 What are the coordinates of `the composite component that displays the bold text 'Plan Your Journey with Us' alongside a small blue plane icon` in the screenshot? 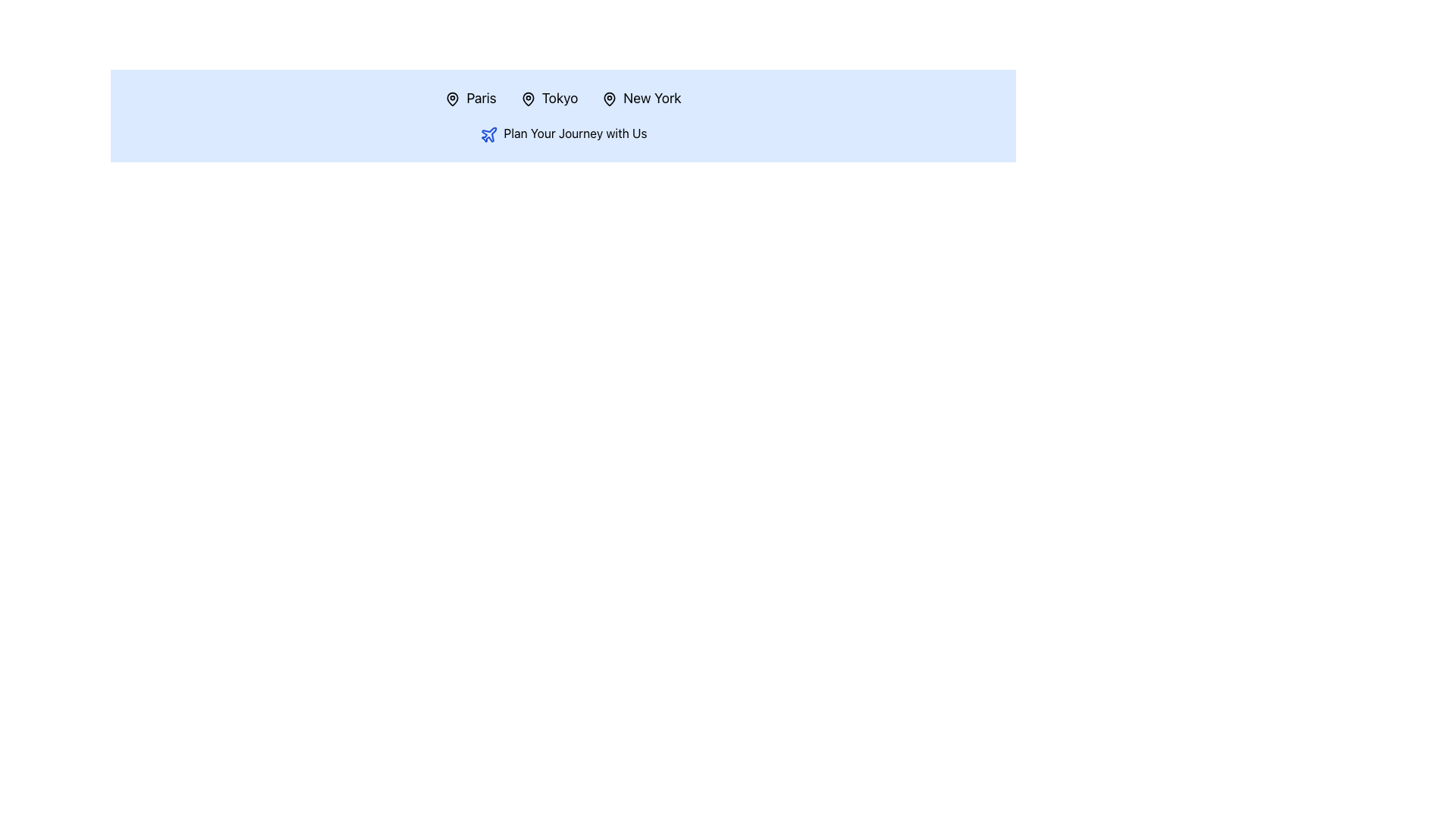 It's located at (563, 133).